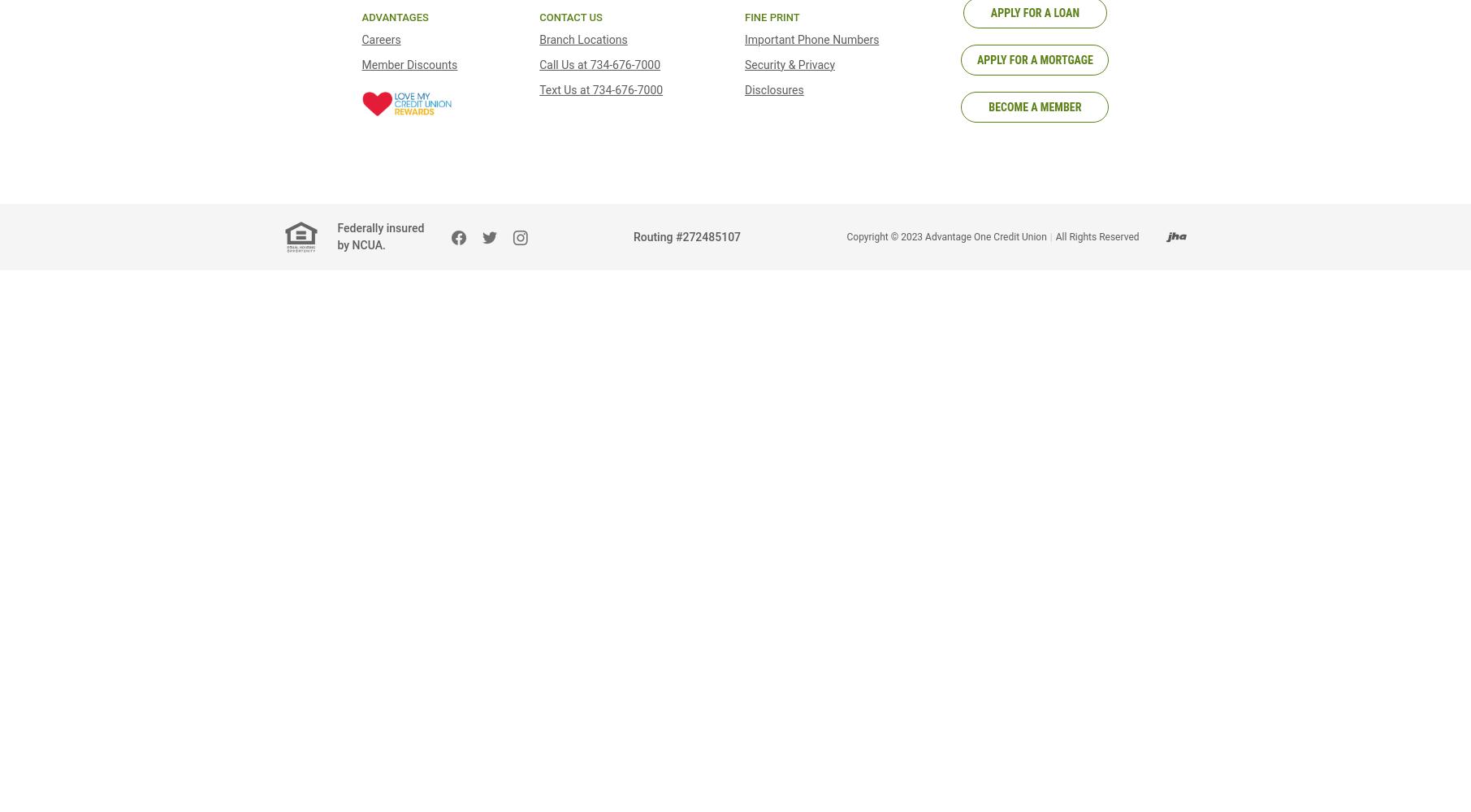 The height and width of the screenshot is (812, 1471). Describe the element at coordinates (599, 89) in the screenshot. I see `'Text Us at 734-676-7000'` at that location.